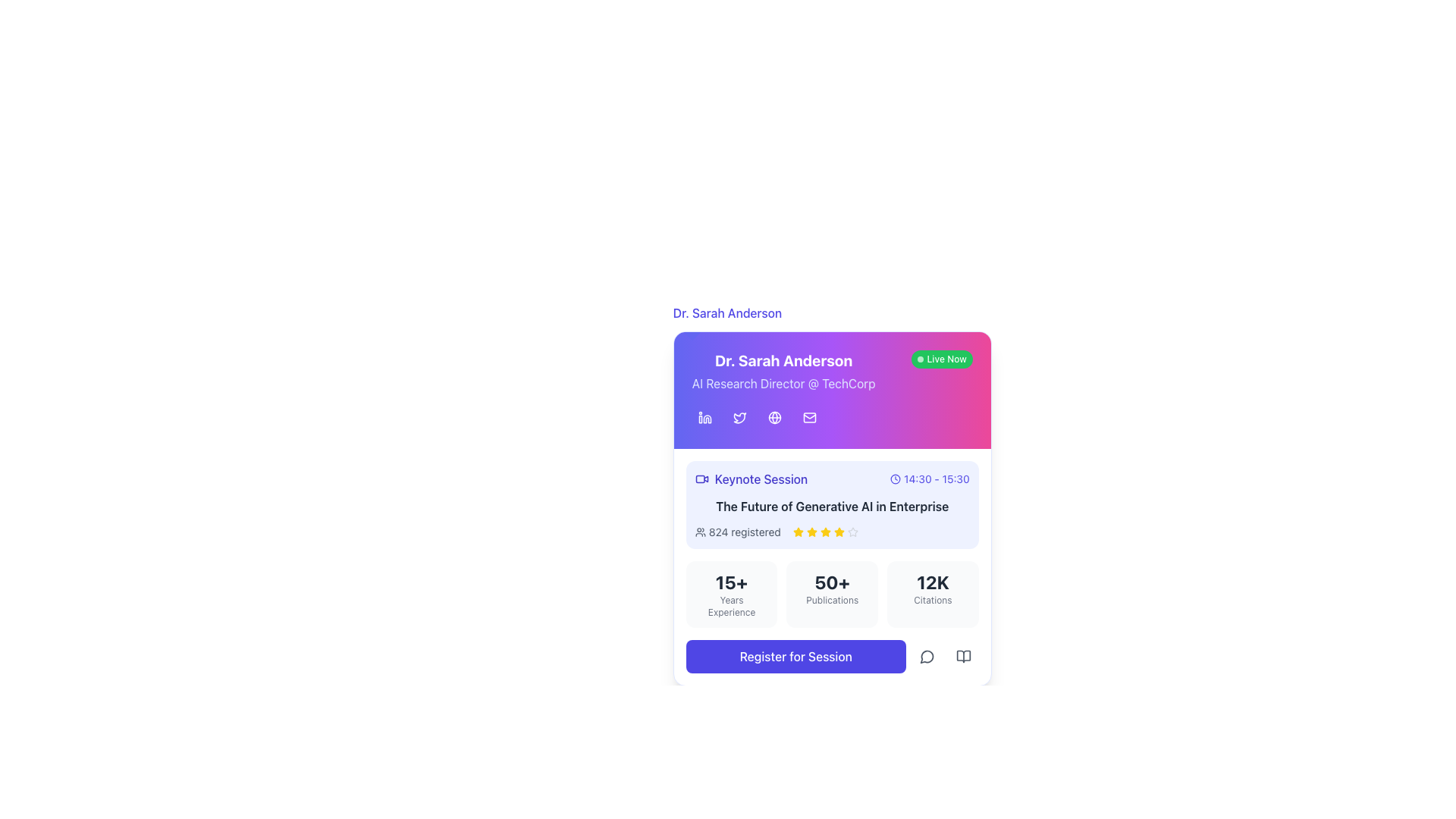 Image resolution: width=1456 pixels, height=819 pixels. I want to click on the email icon located under 'Dr. Sarah Anderson' in the profile card, so click(808, 418).